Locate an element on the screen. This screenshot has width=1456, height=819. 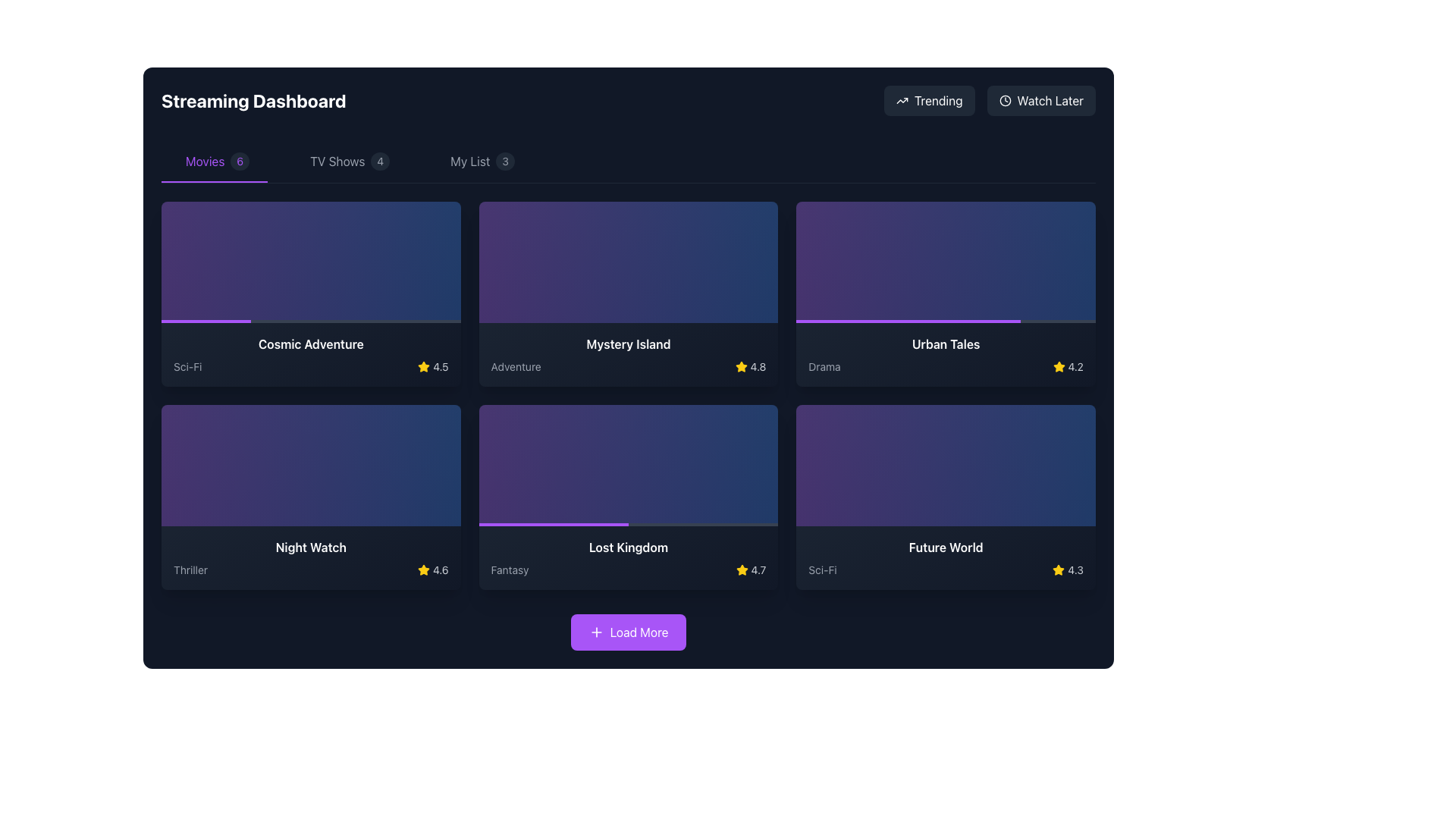
the decorative area with a gradient background located at the top of the 'Urban Tales' card in the rightmost column of the first row is located at coordinates (945, 262).